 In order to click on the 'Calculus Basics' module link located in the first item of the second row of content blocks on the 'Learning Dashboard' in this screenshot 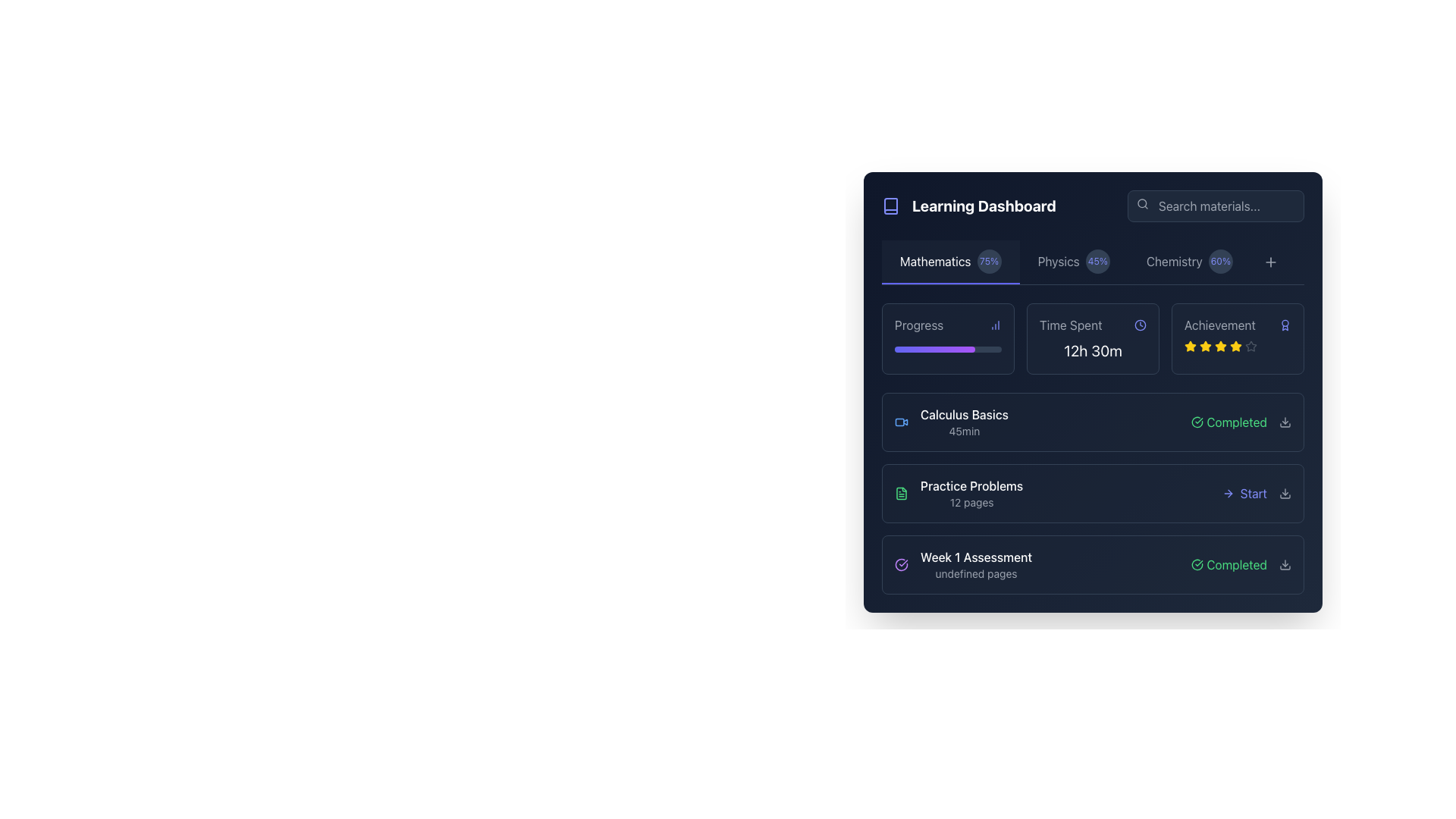, I will do `click(950, 422)`.